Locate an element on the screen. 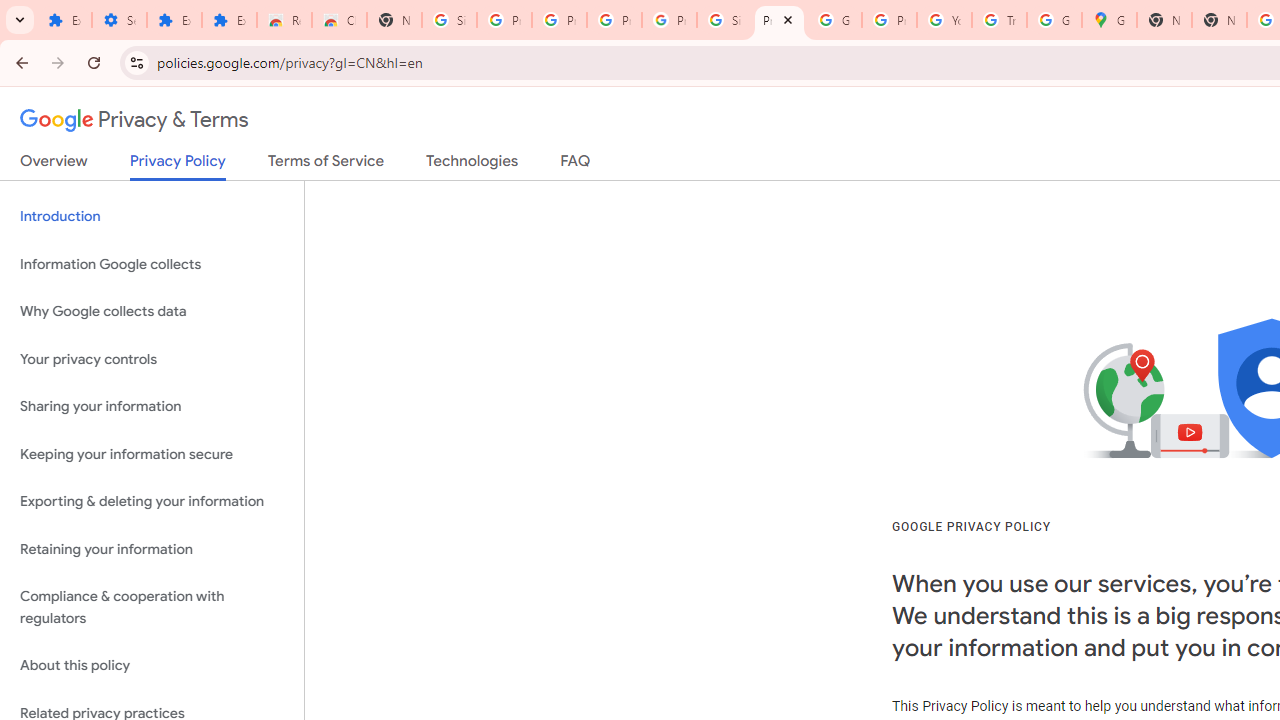  'Settings' is located at coordinates (118, 20).